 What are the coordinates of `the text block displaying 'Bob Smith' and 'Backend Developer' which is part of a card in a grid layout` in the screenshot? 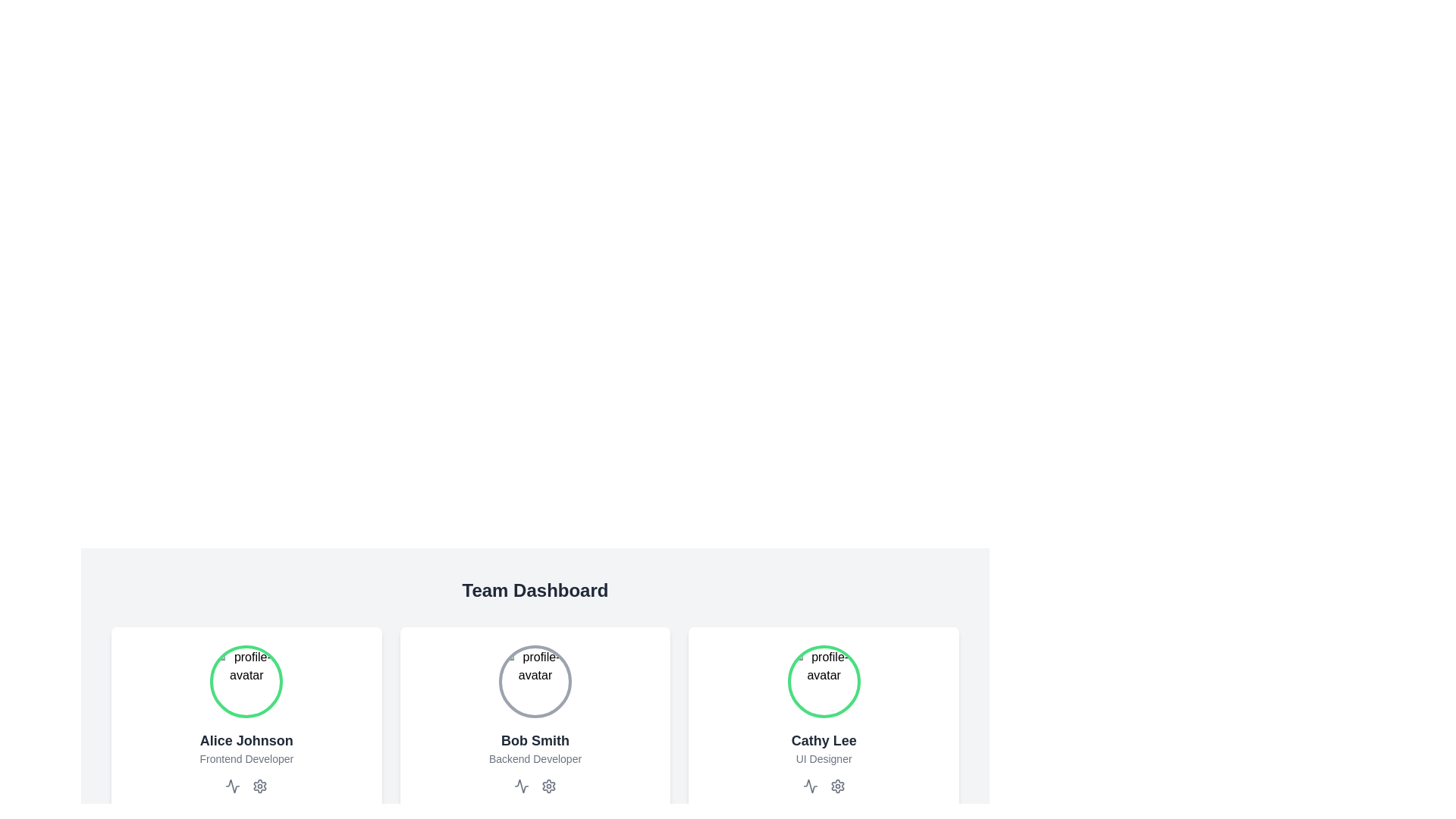 It's located at (535, 748).